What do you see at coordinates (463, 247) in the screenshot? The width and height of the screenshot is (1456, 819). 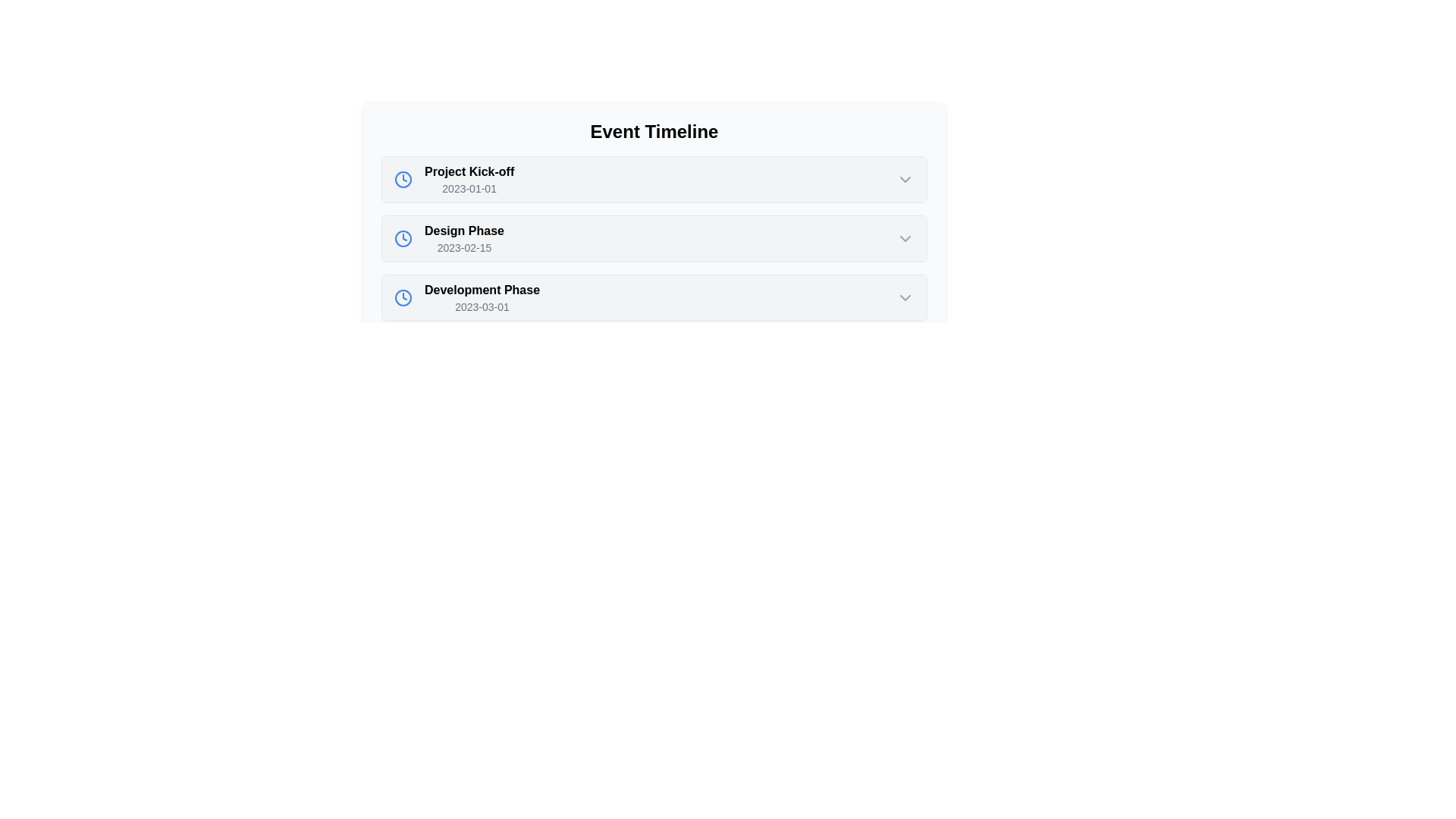 I see `the static text displaying the date '2023-02-15', located below the 'Design Phase' title in the second event entry of the timeline` at bounding box center [463, 247].